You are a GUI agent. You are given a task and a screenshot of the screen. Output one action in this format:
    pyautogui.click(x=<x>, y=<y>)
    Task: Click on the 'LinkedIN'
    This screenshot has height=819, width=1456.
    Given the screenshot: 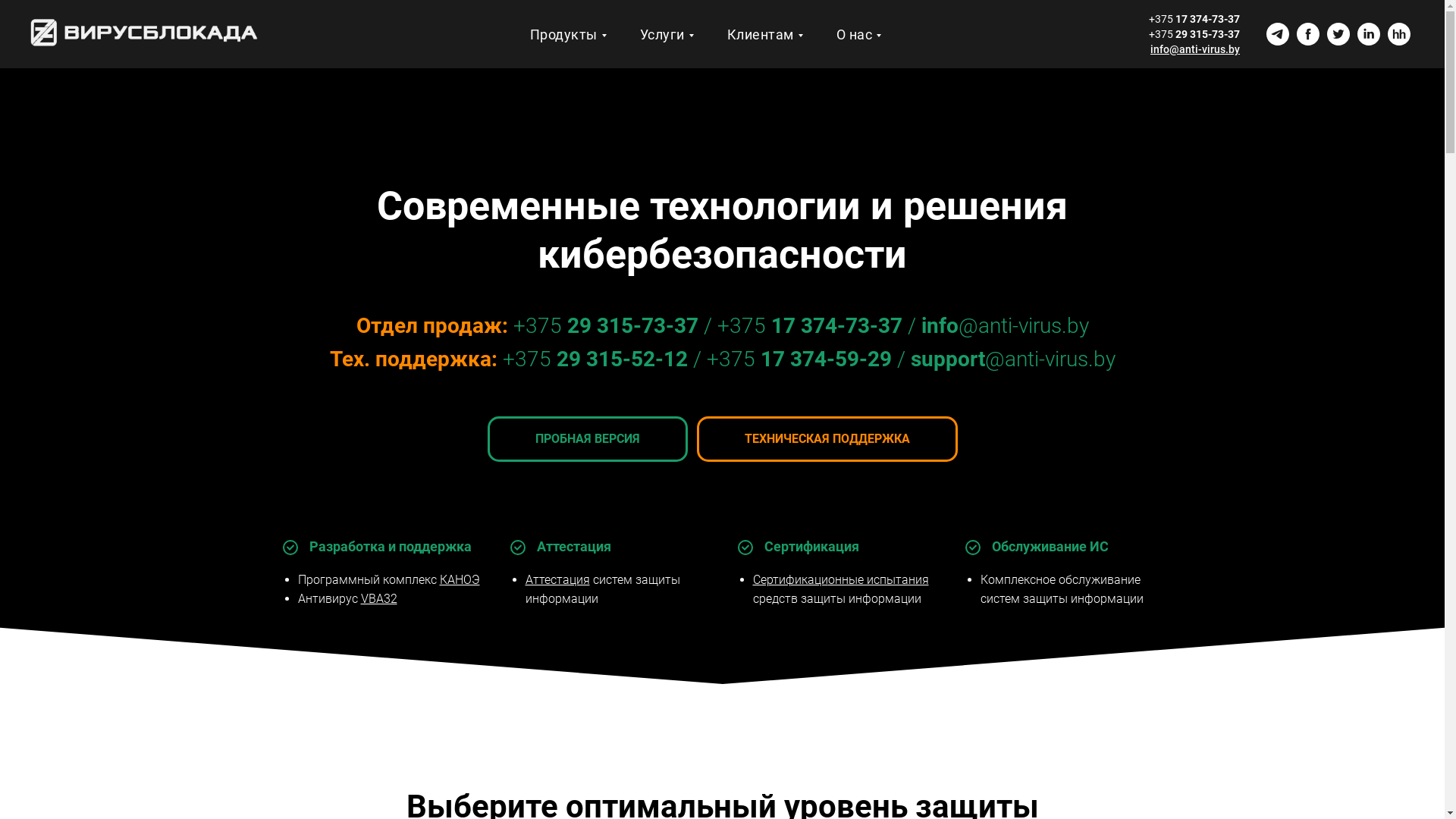 What is the action you would take?
    pyautogui.click(x=1357, y=34)
    